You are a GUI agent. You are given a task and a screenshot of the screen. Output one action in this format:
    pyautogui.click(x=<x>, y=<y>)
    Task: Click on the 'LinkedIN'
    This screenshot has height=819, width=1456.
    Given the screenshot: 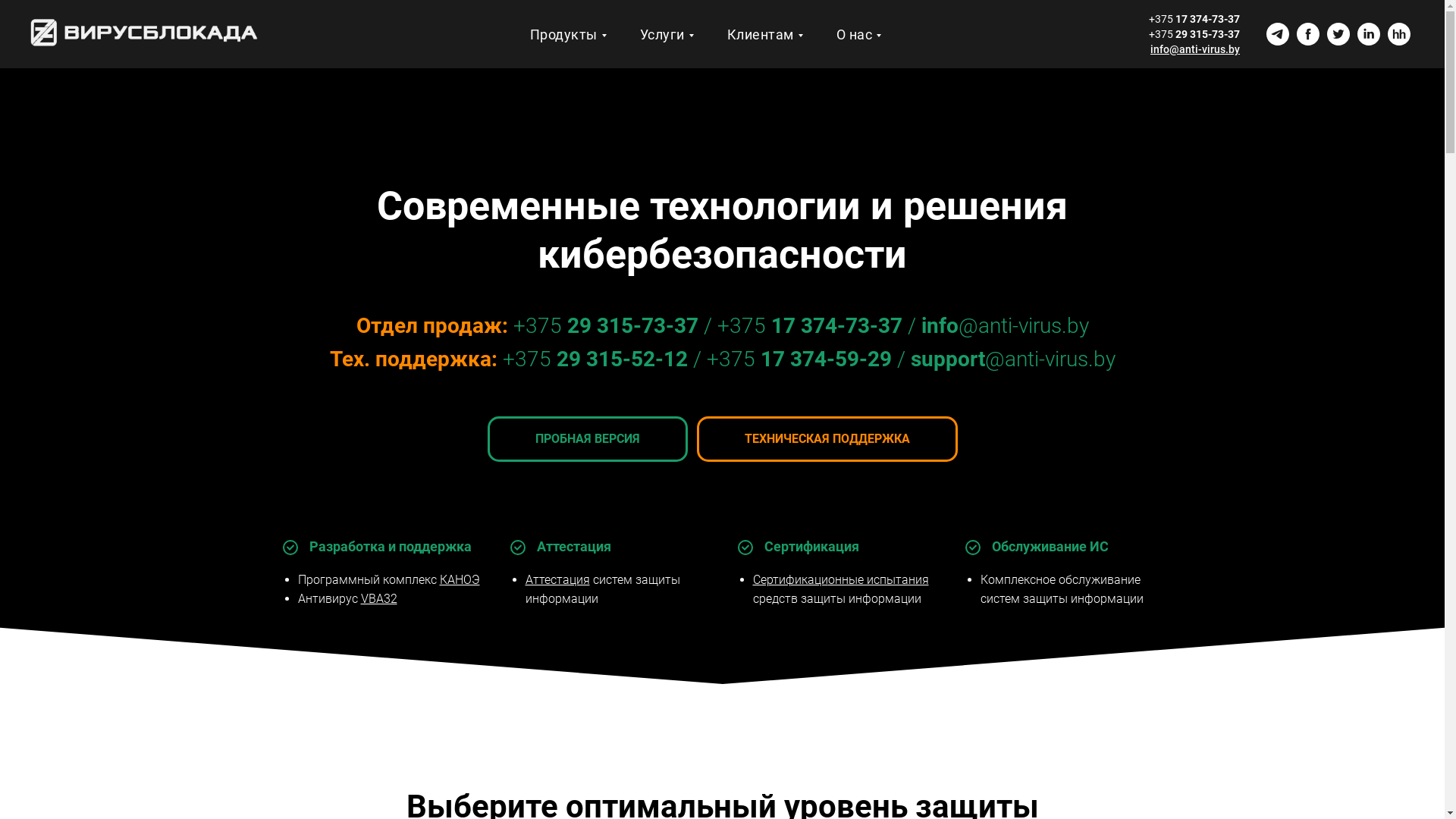 What is the action you would take?
    pyautogui.click(x=1357, y=34)
    